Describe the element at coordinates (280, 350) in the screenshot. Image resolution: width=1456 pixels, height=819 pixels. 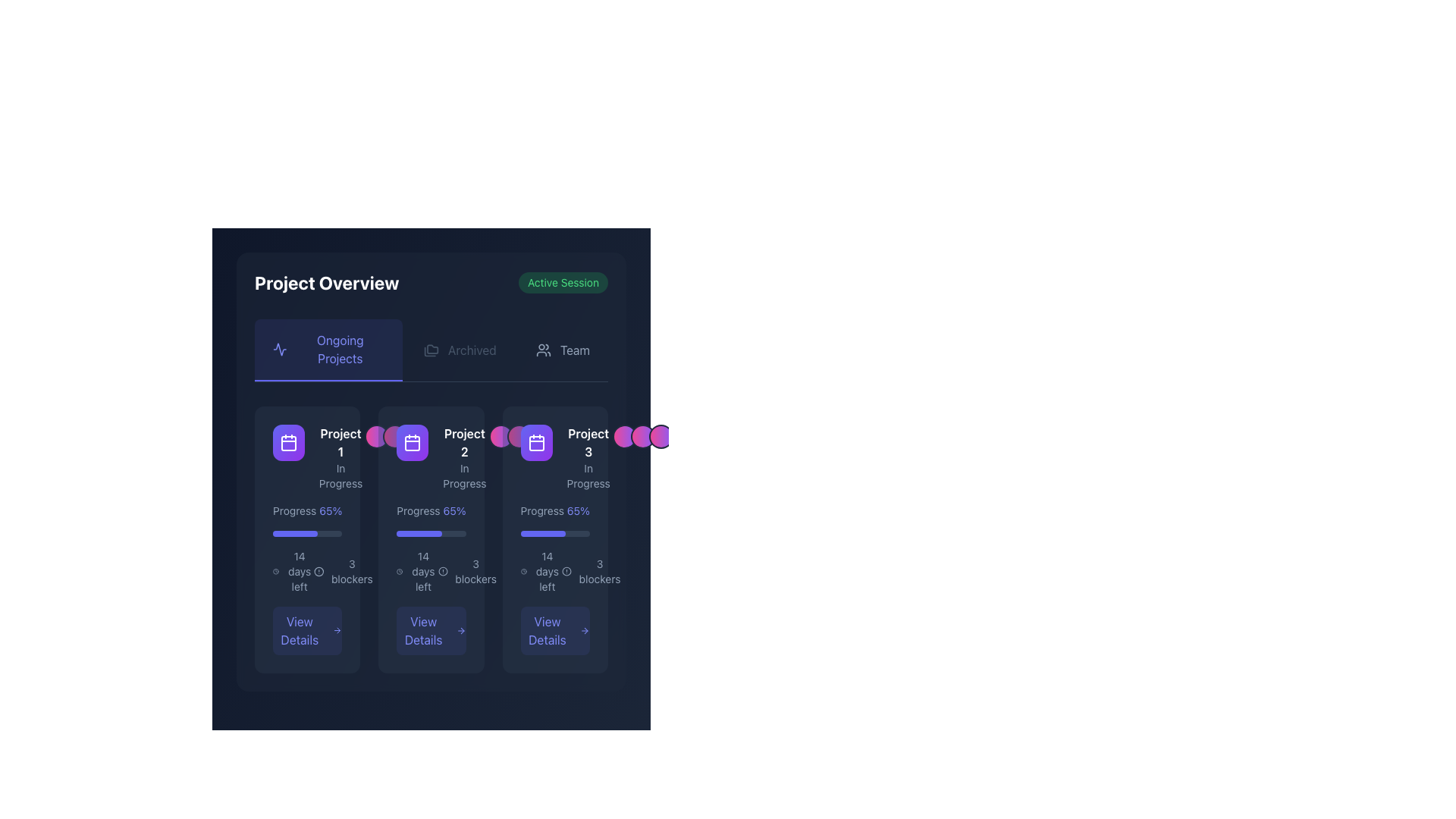
I see `the icon indicating 'Ongoing Projects' which is positioned on the left side of its section header, immediately before the text 'Ongoing Projects'` at that location.